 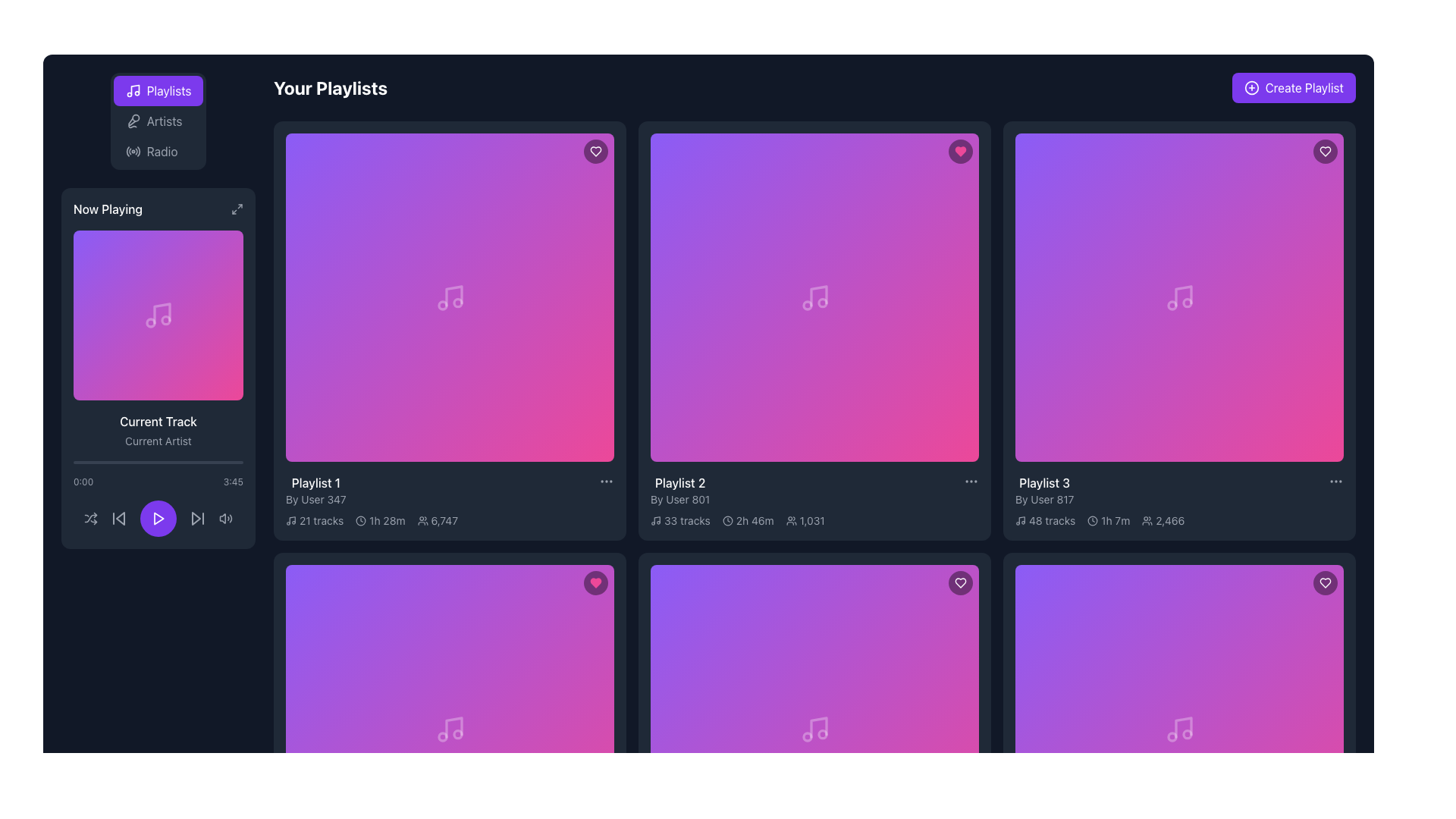 What do you see at coordinates (152, 152) in the screenshot?
I see `the 'Radio' button, which is a rectangular button with a dark background and a radio wave icon` at bounding box center [152, 152].